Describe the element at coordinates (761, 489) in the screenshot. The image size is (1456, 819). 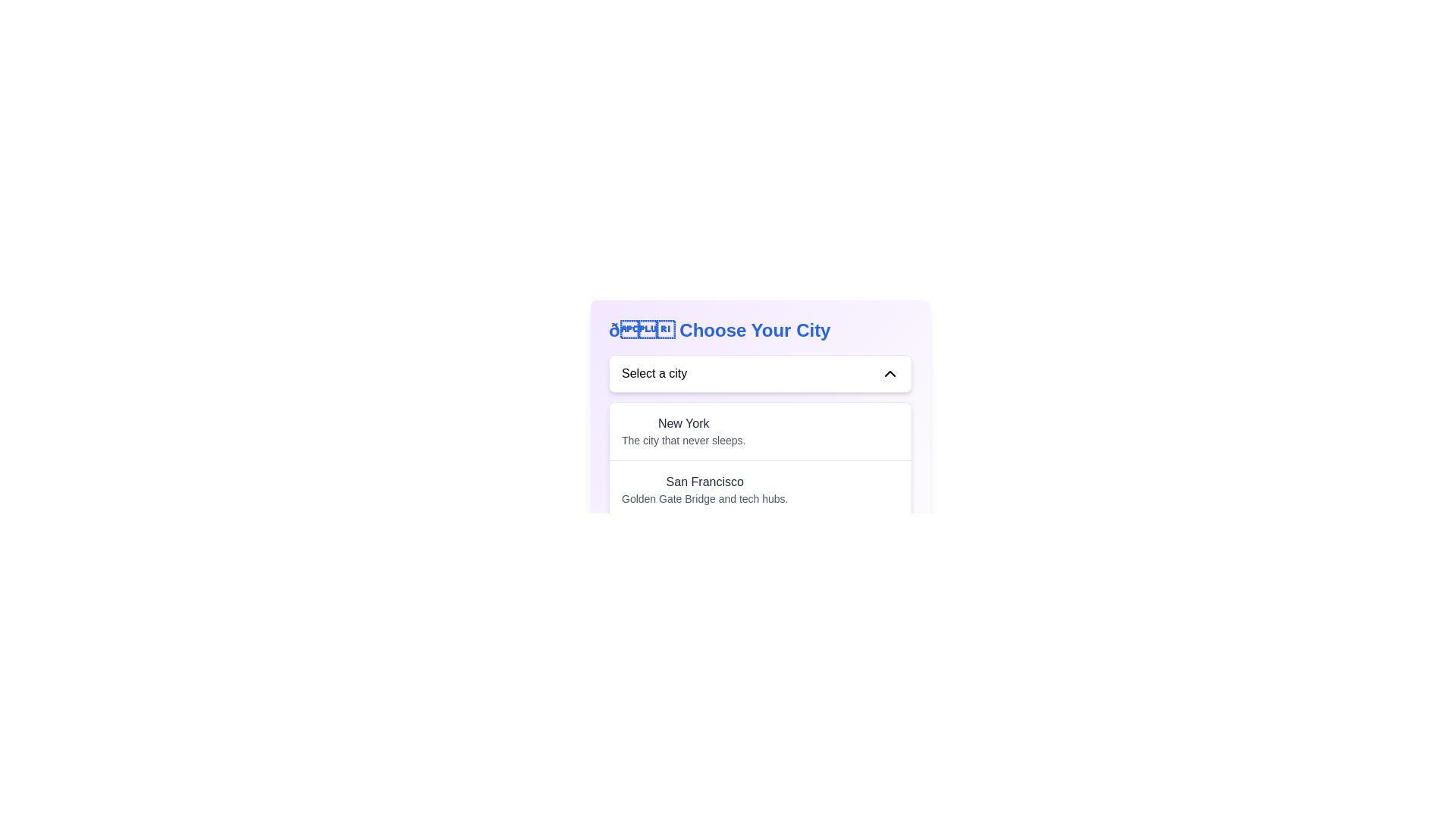
I see `the second list item representing 'San Francisco' in the city selection drop-down menu` at that location.